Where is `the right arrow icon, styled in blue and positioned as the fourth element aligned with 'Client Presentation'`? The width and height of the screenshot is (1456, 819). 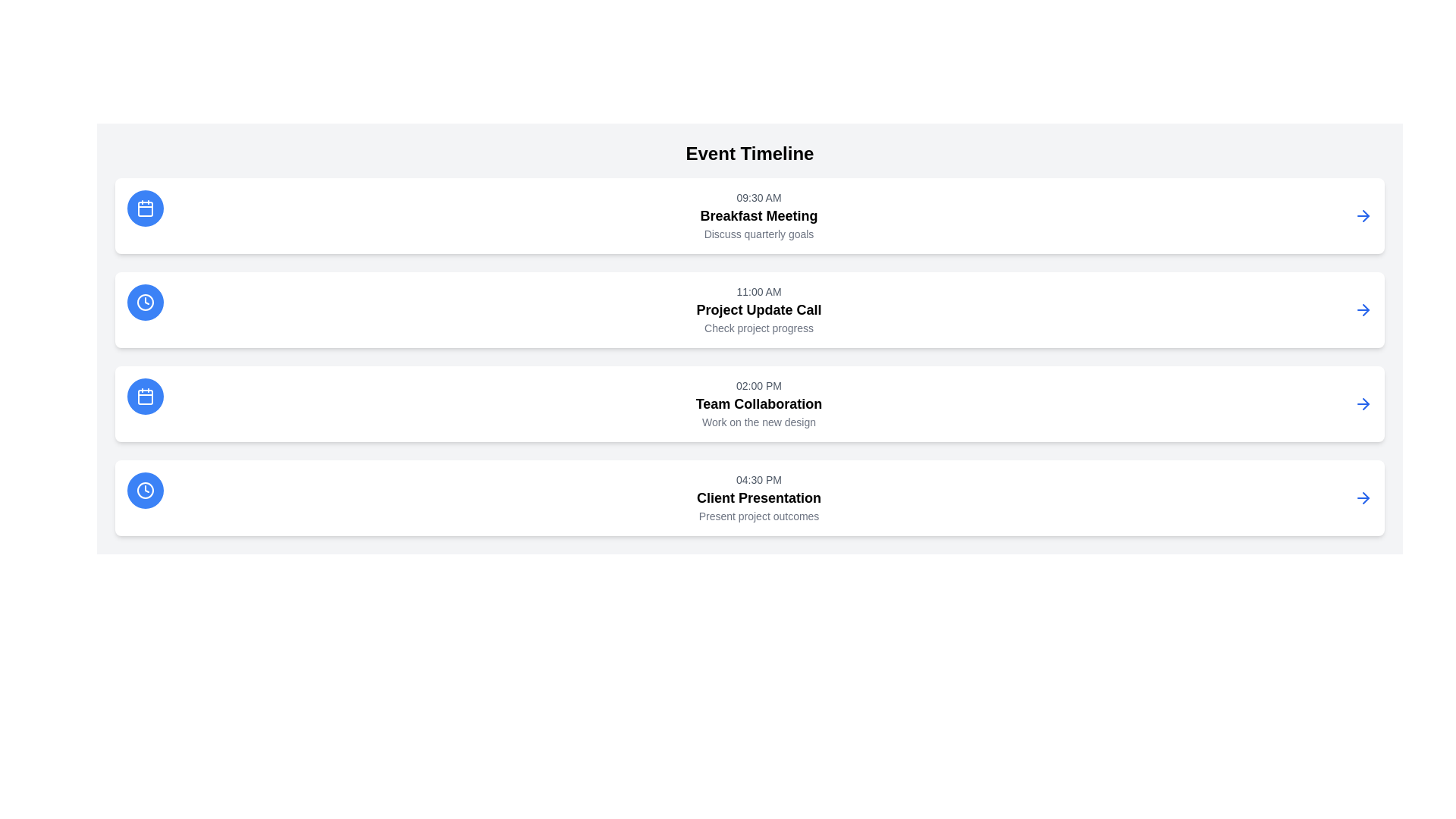 the right arrow icon, styled in blue and positioned as the fourth element aligned with 'Client Presentation' is located at coordinates (1363, 497).